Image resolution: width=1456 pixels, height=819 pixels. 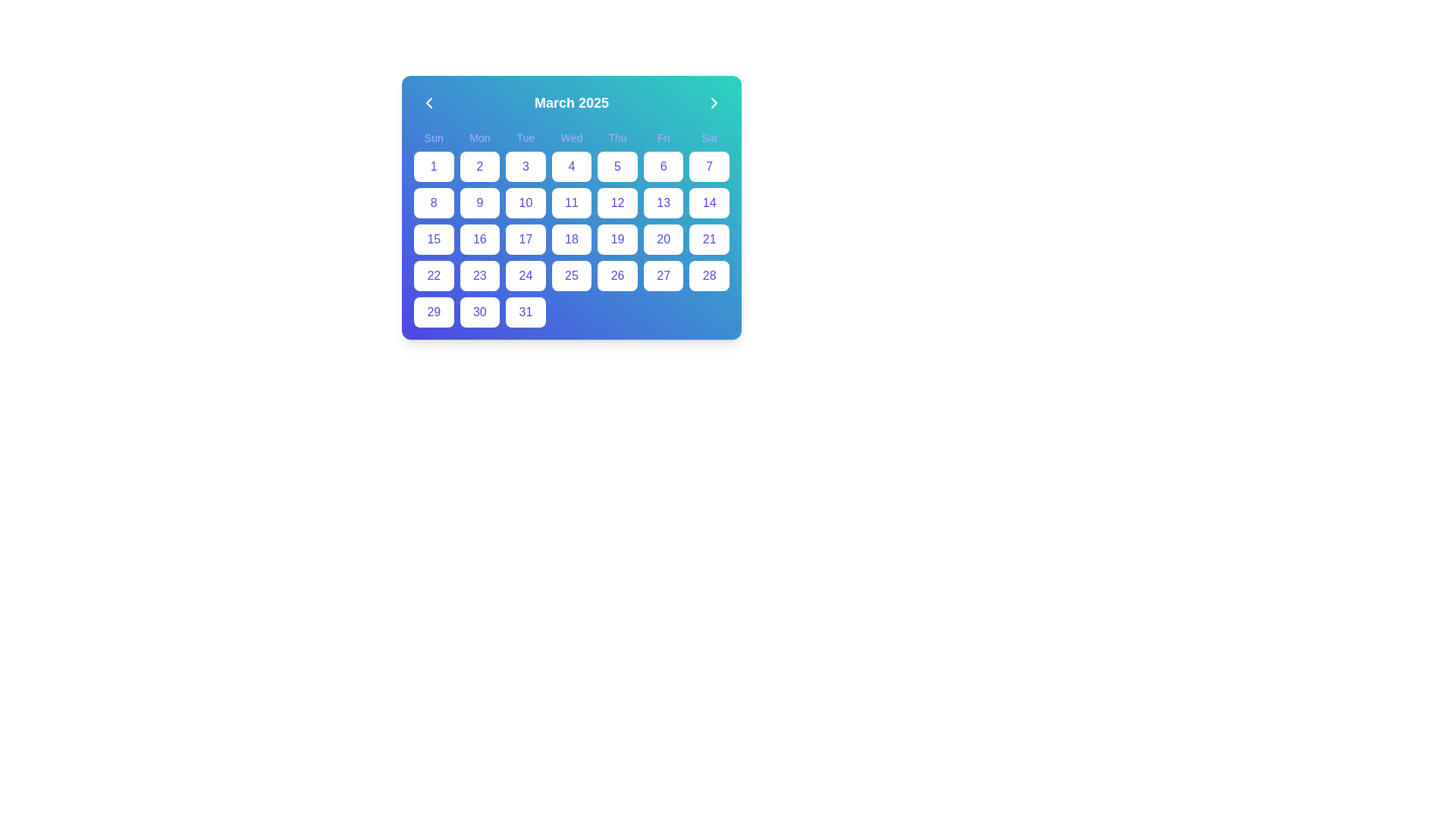 I want to click on the fourth weekday label indicating 'Wed' in the calendar, which is centered above the corresponding column of dates, so click(x=570, y=137).